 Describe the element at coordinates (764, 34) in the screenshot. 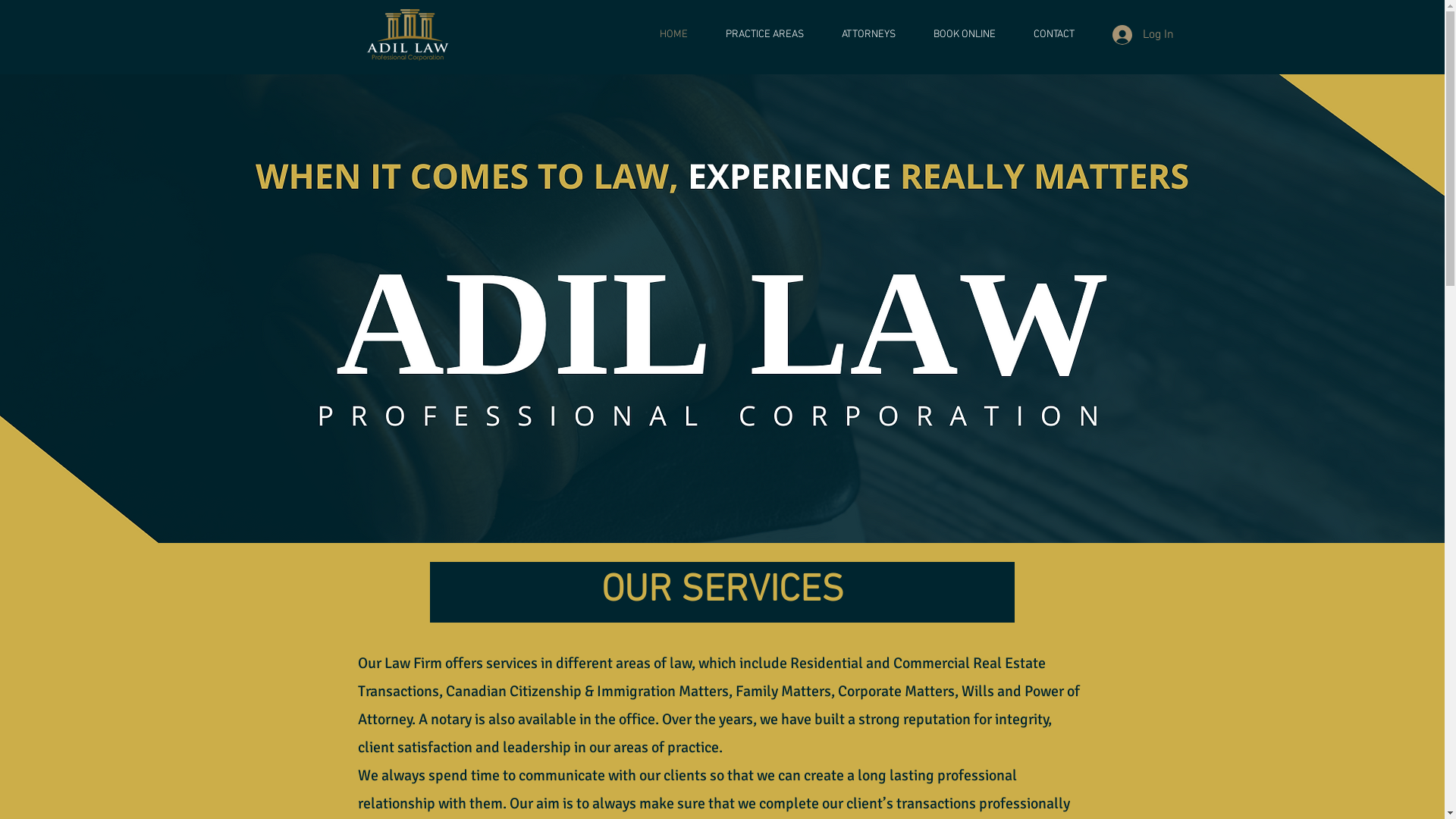

I see `'PRACTICE AREAS'` at that location.